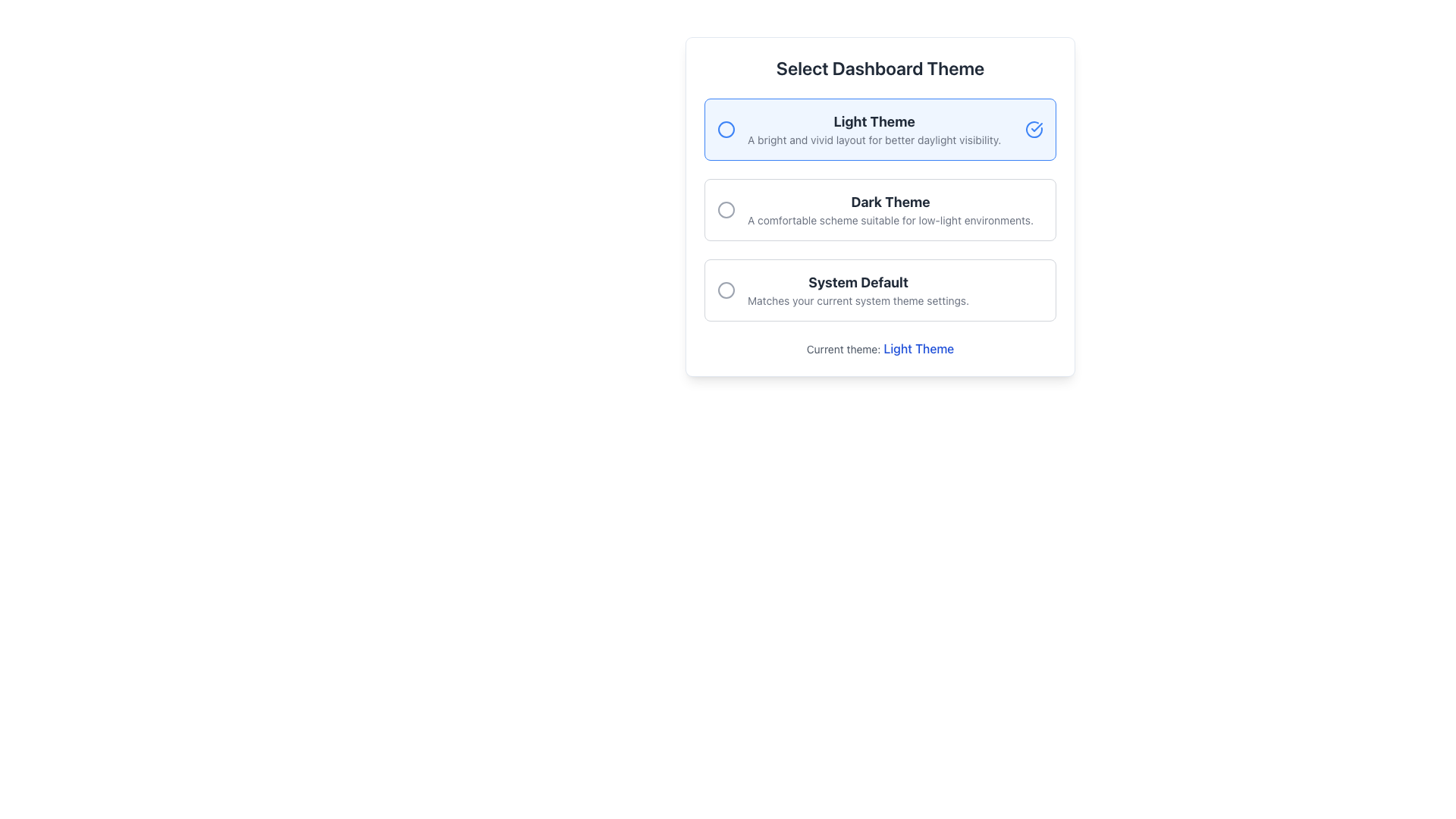  I want to click on the graphical indicator located in the top-left corner of the 'Light Theme' option in the theme selection interface, so click(726, 128).